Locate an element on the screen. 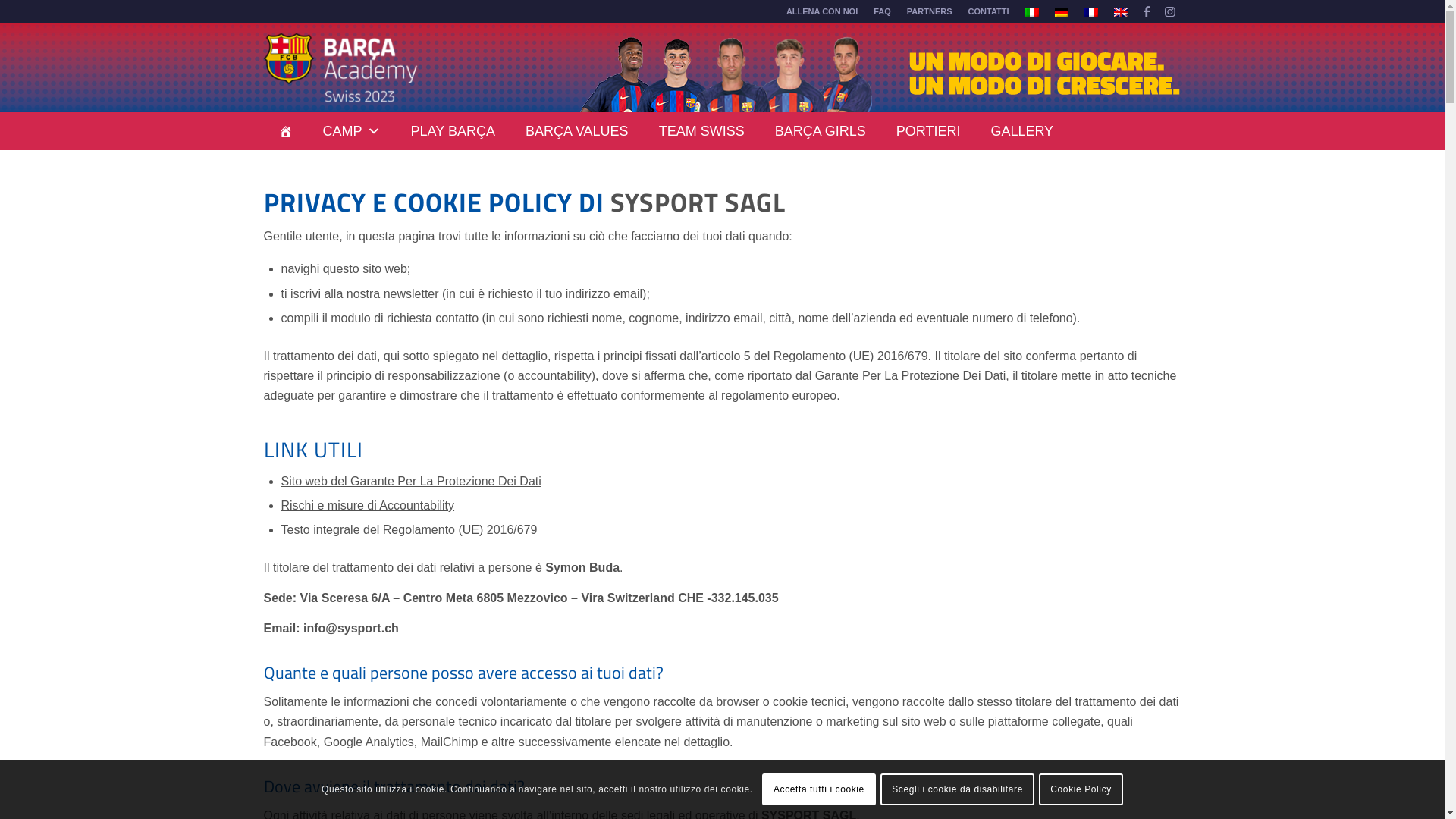 The width and height of the screenshot is (1456, 819). 'Testo integrale del Regolamento (UE) 2016/679' is located at coordinates (408, 529).